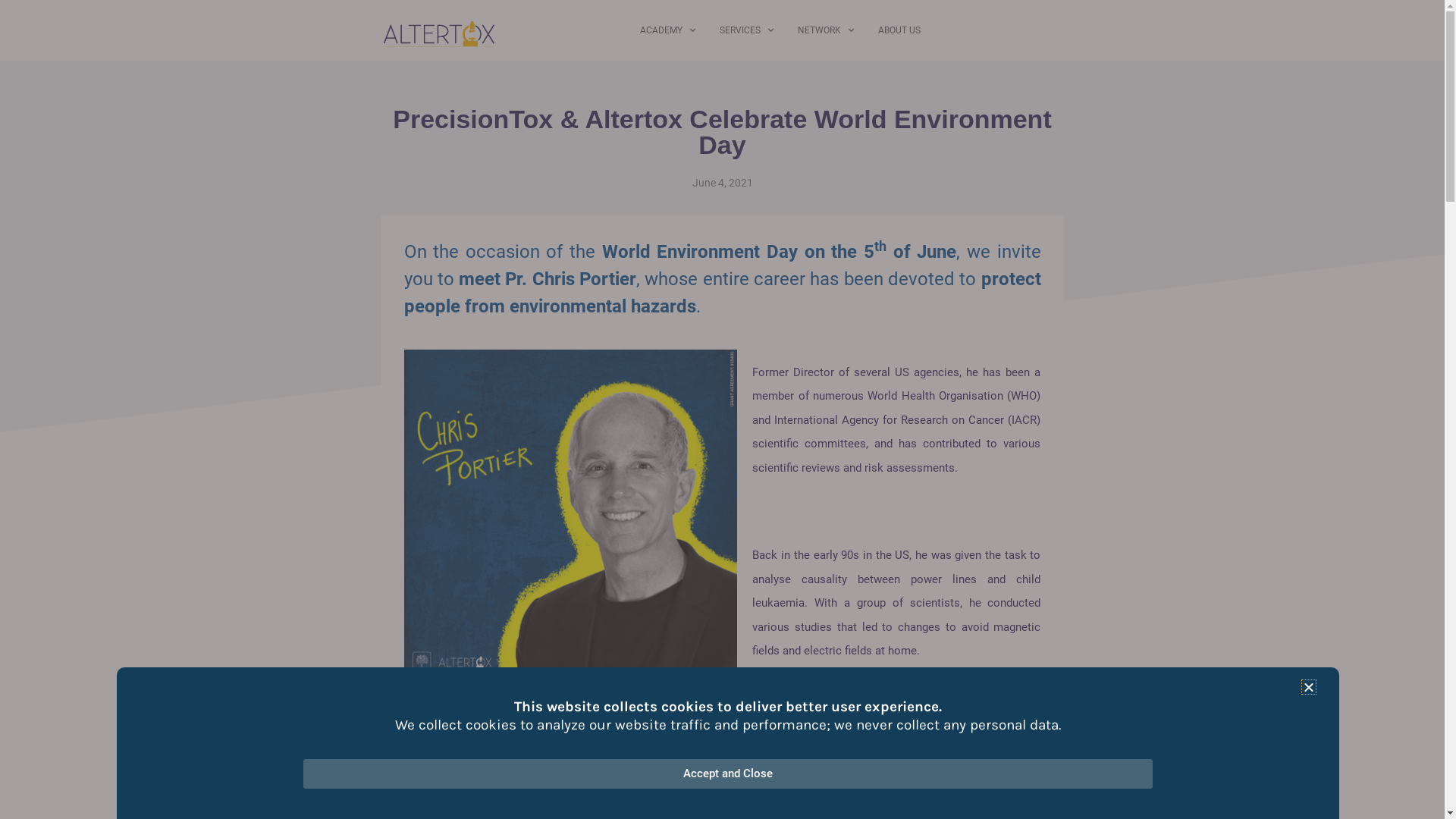  Describe the element at coordinates (746, 30) in the screenshot. I see `'SERVICES'` at that location.